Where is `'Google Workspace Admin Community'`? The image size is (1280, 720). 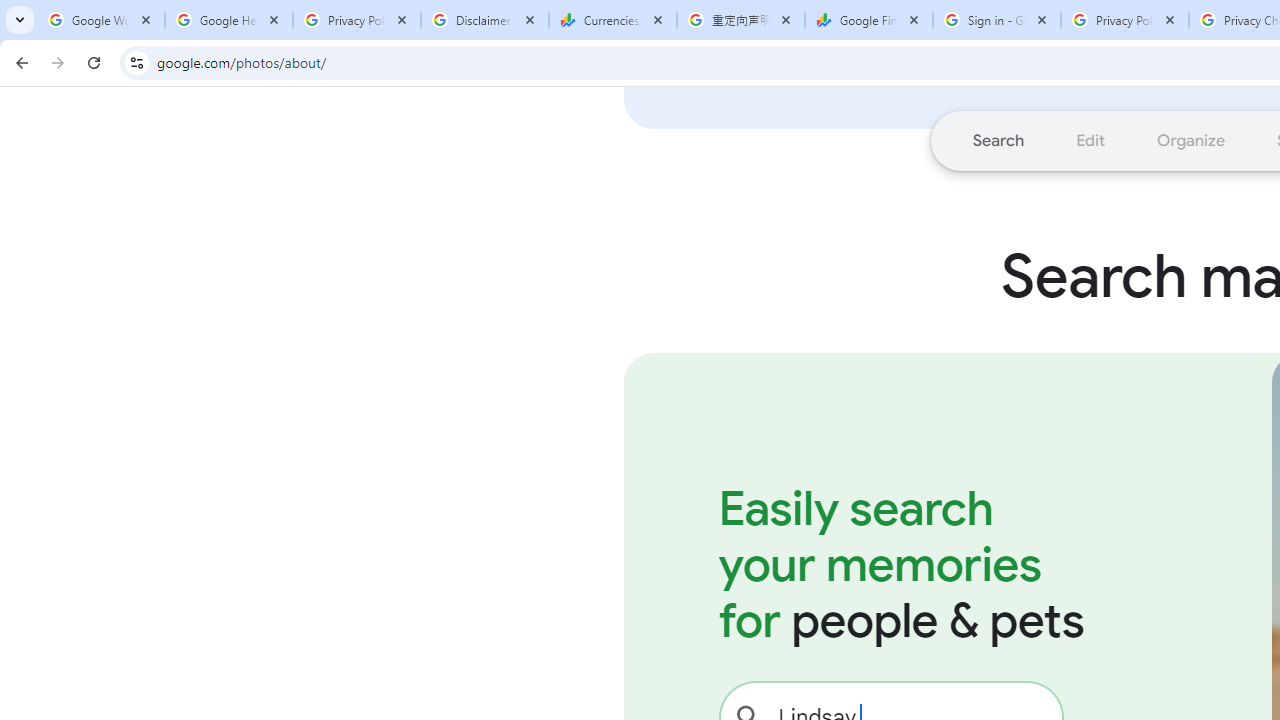
'Google Workspace Admin Community' is located at coordinates (100, 20).